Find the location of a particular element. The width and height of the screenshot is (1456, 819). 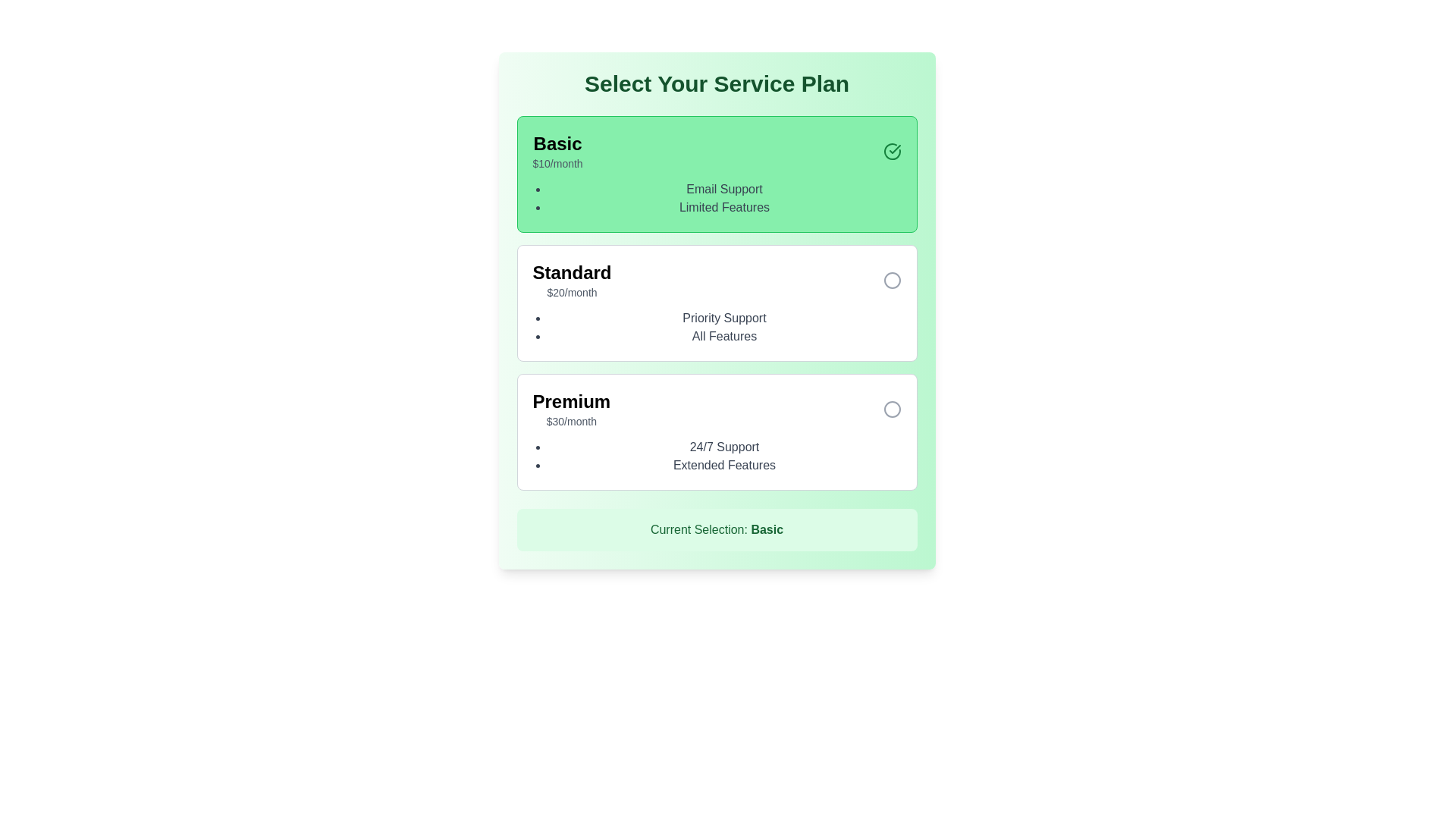

the static text label indicating that the 'Basic' plan includes 'Limited Features', which is the second item in a bulleted list under the 'Basic' service plan section is located at coordinates (723, 207).